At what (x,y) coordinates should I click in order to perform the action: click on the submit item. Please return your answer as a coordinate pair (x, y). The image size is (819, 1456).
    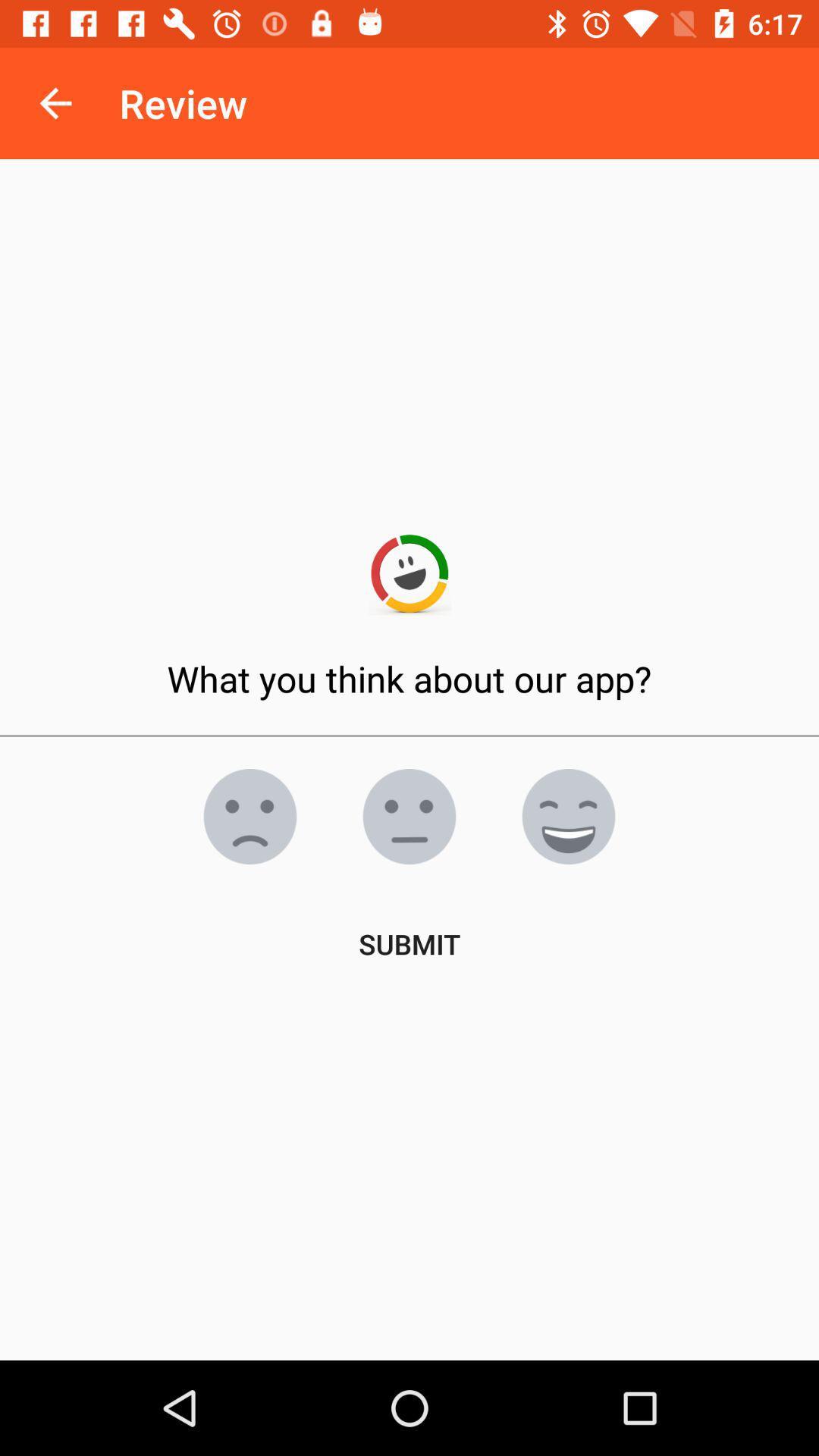
    Looking at the image, I should click on (409, 943).